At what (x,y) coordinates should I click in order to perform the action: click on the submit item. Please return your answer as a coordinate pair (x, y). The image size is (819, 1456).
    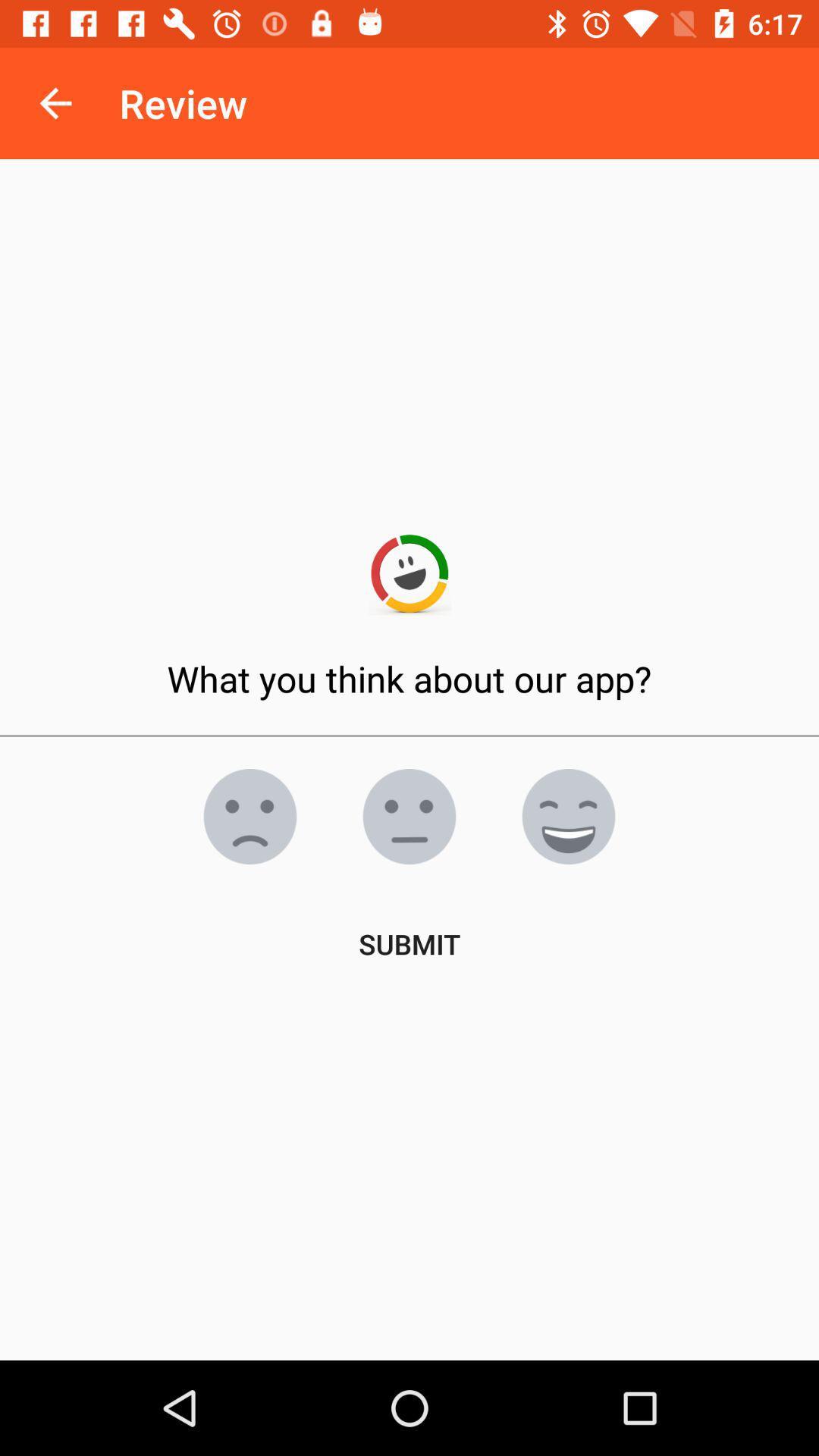
    Looking at the image, I should click on (409, 943).